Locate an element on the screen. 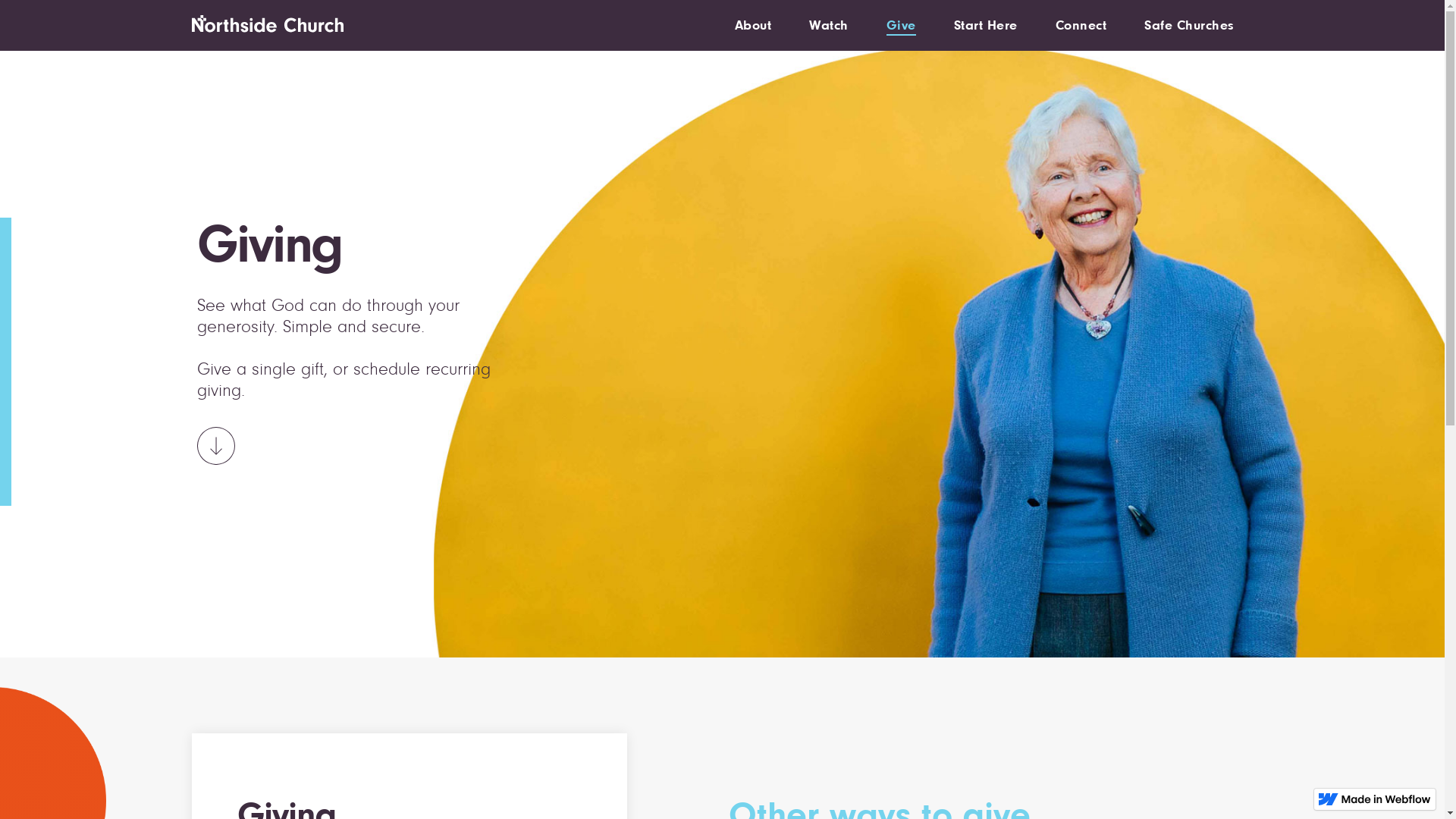 This screenshot has width=1456, height=819. 'Connect' is located at coordinates (1080, 24).